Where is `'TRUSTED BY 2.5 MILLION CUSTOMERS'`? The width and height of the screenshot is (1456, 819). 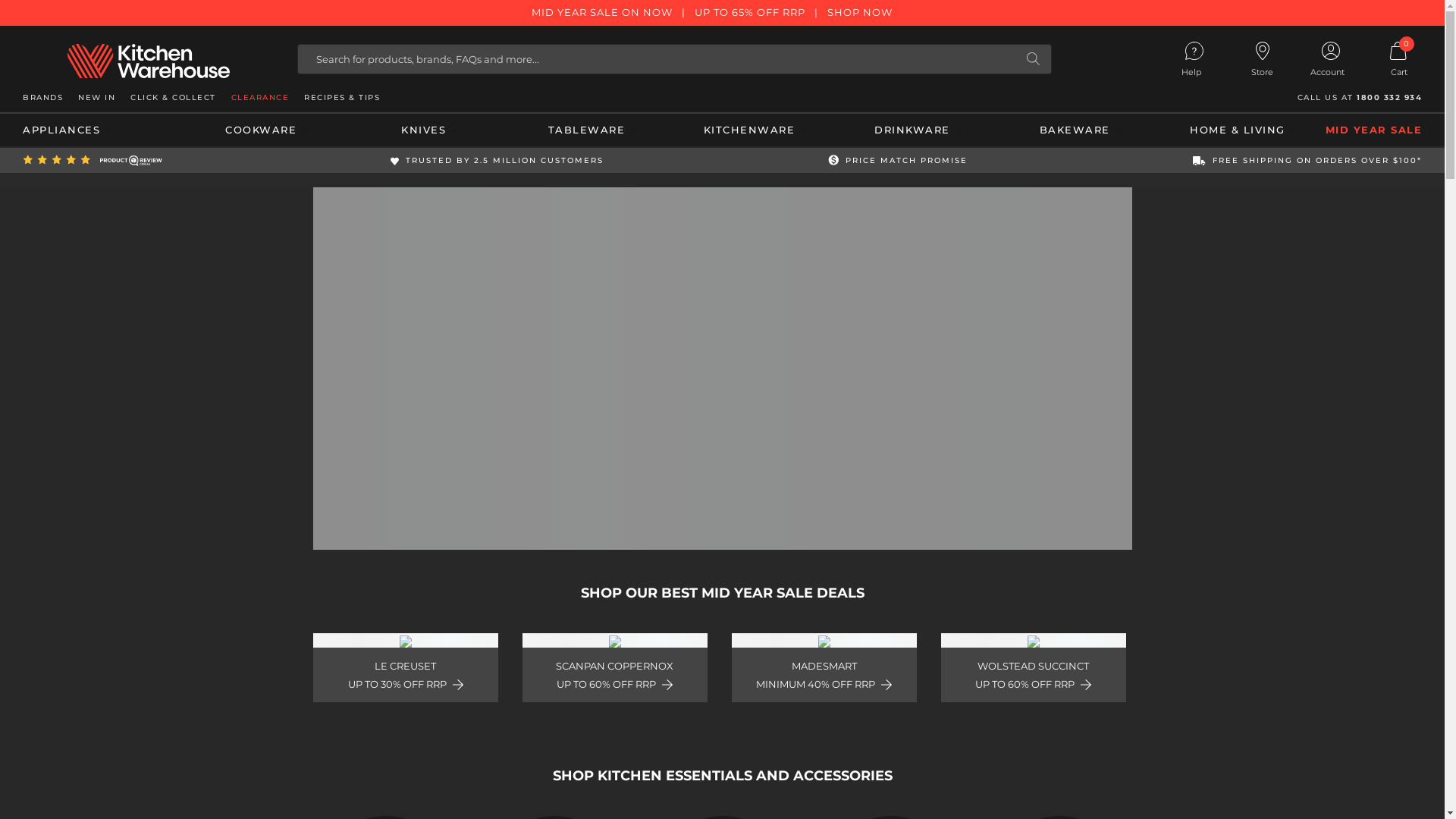 'TRUSTED BY 2.5 MILLION CUSTOMERS' is located at coordinates (497, 160).